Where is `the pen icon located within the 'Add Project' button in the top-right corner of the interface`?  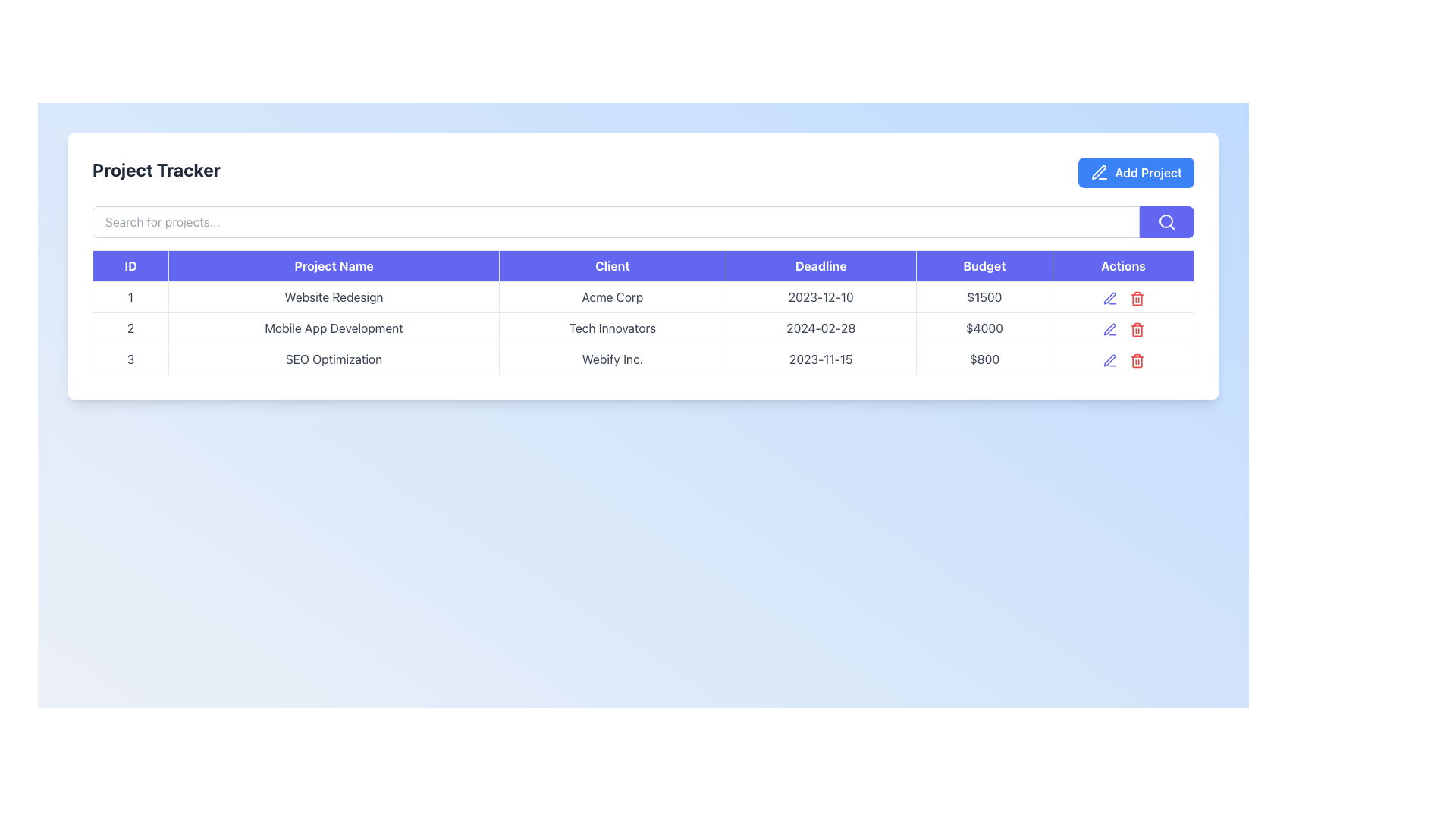
the pen icon located within the 'Add Project' button in the top-right corner of the interface is located at coordinates (1099, 171).